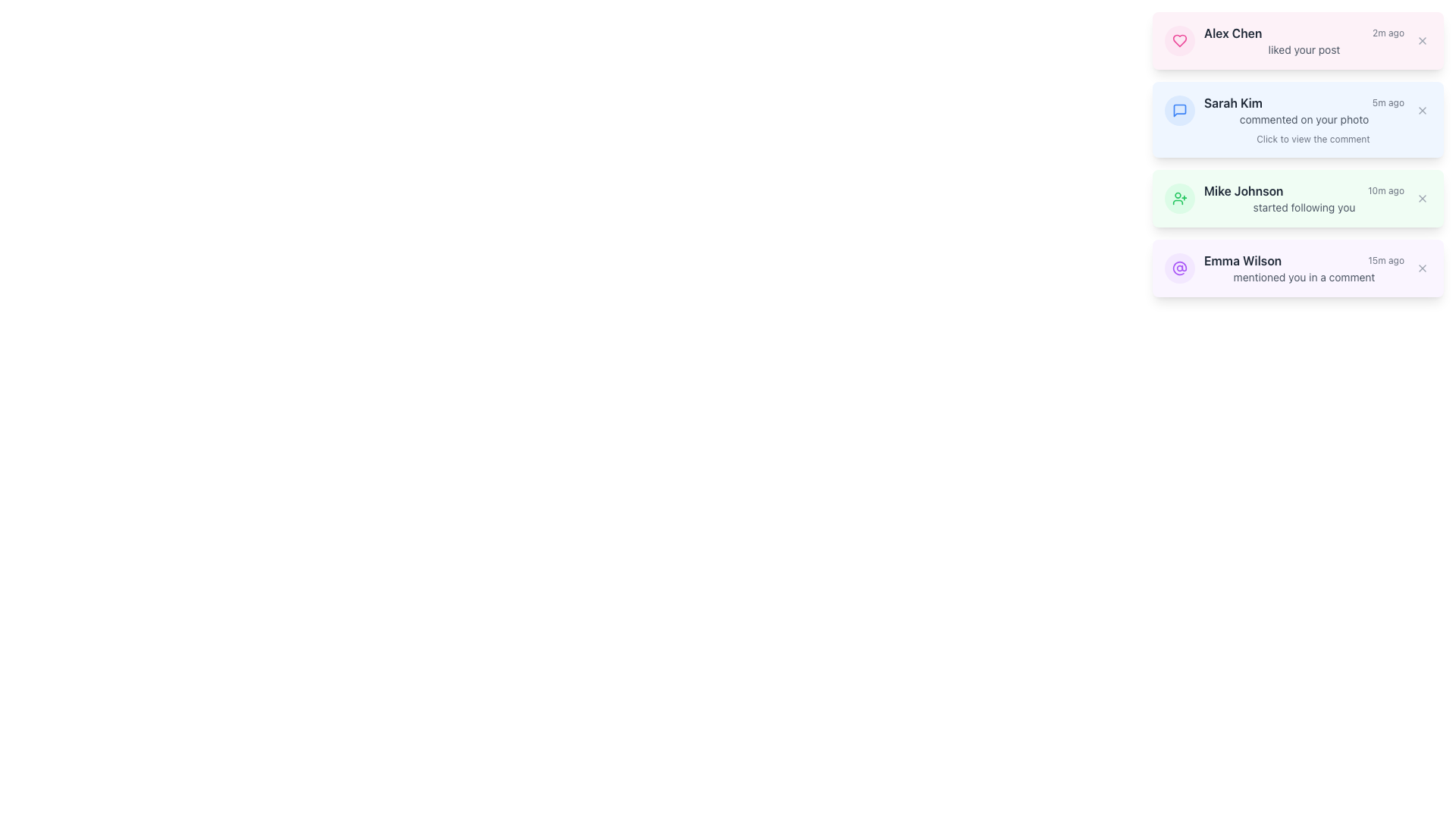 This screenshot has width=1456, height=819. I want to click on the like notification icon located at the top of the notification card, so click(1178, 40).